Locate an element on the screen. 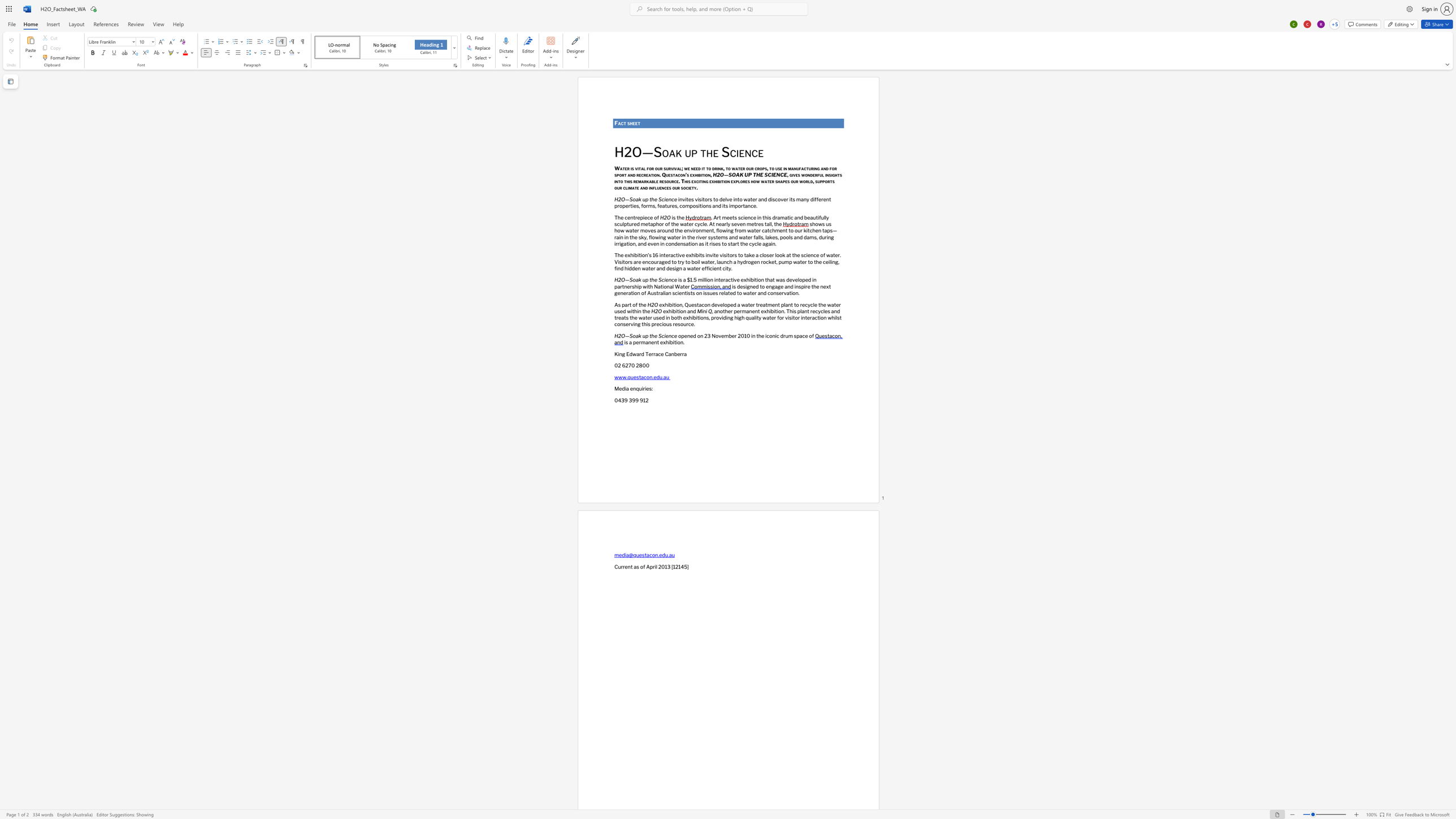 Image resolution: width=1456 pixels, height=819 pixels. the 1th character "e" in the text is located at coordinates (664, 310).